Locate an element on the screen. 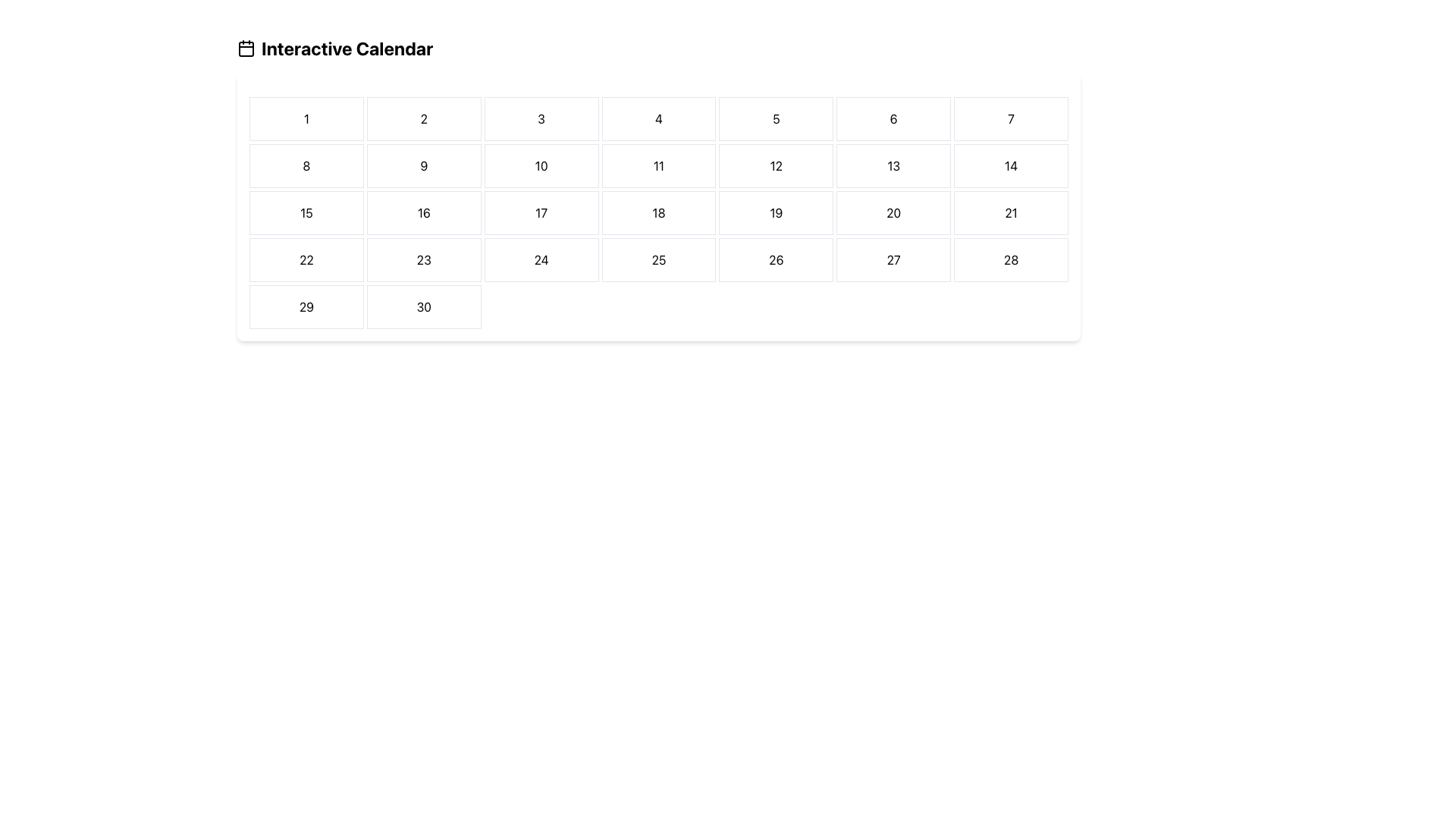 This screenshot has height=819, width=1456. the button-like component labeled '10' in the second row and third column of the grid is located at coordinates (541, 166).